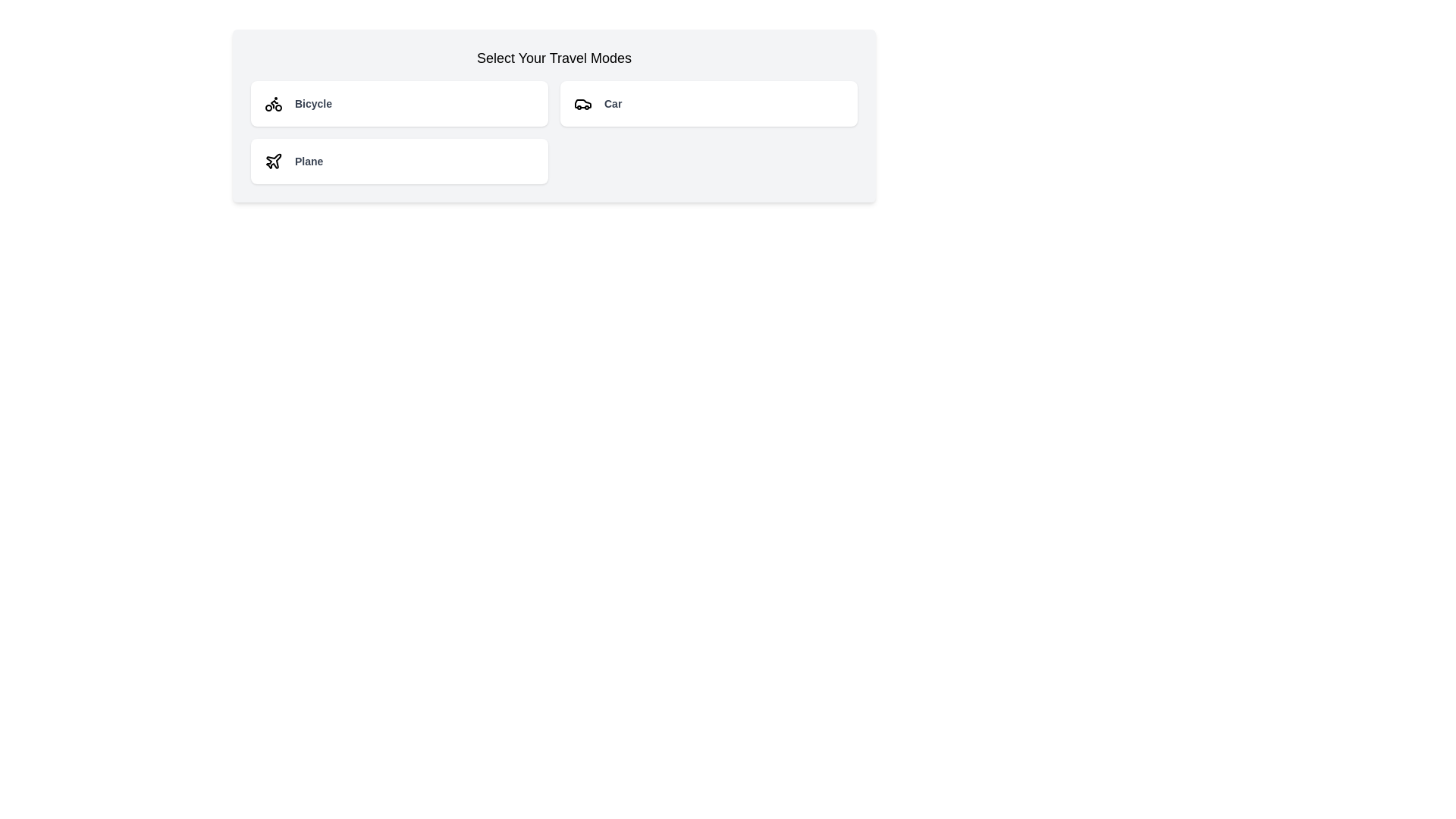 The image size is (1456, 819). Describe the element at coordinates (708, 103) in the screenshot. I see `the 'Car' travel mode button` at that location.